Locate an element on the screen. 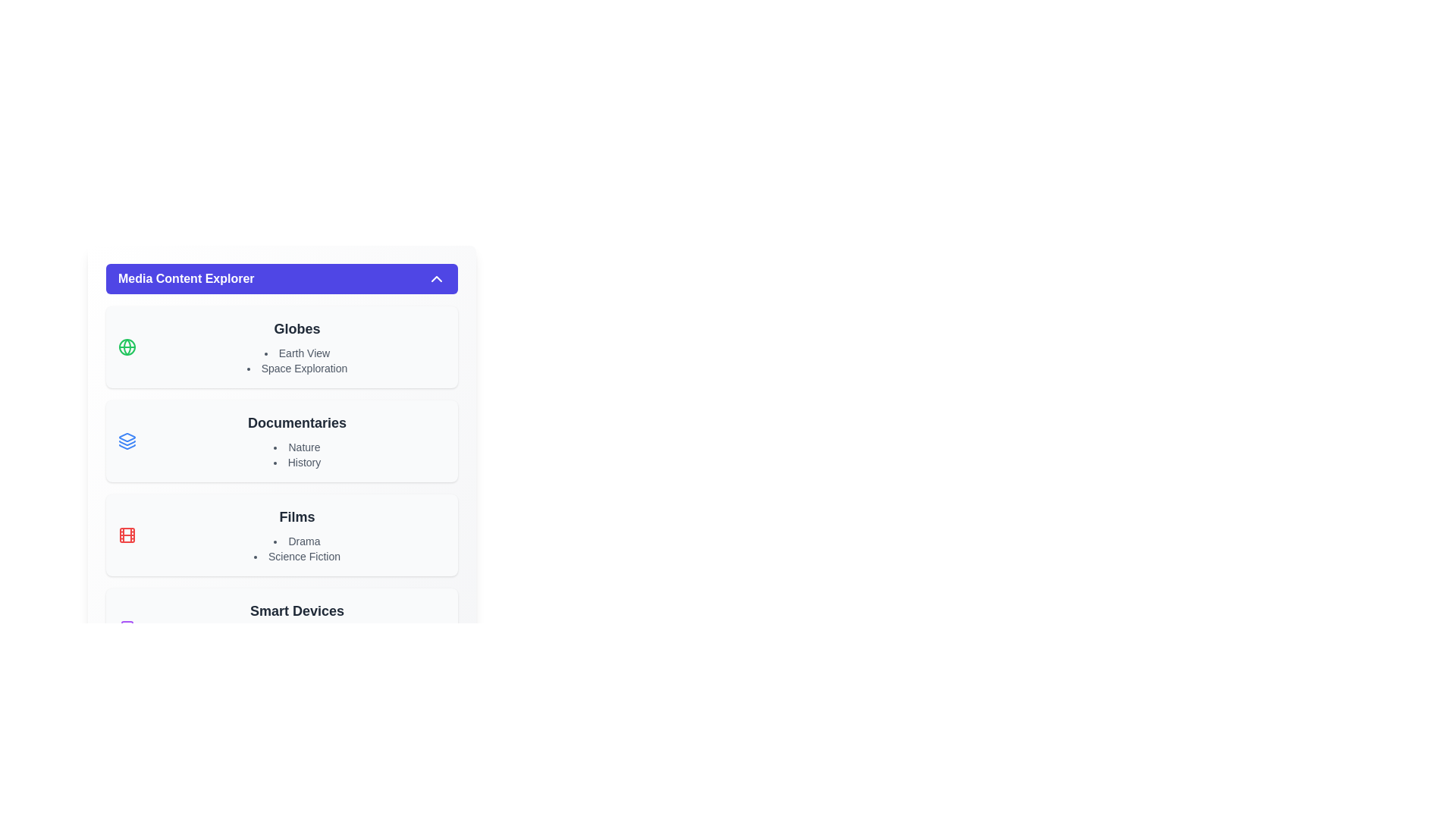 The image size is (1456, 819). text items 'Drama' and 'Science Fiction' from the Text List located in the 'Films' section below the heading 'Films.' is located at coordinates (297, 549).